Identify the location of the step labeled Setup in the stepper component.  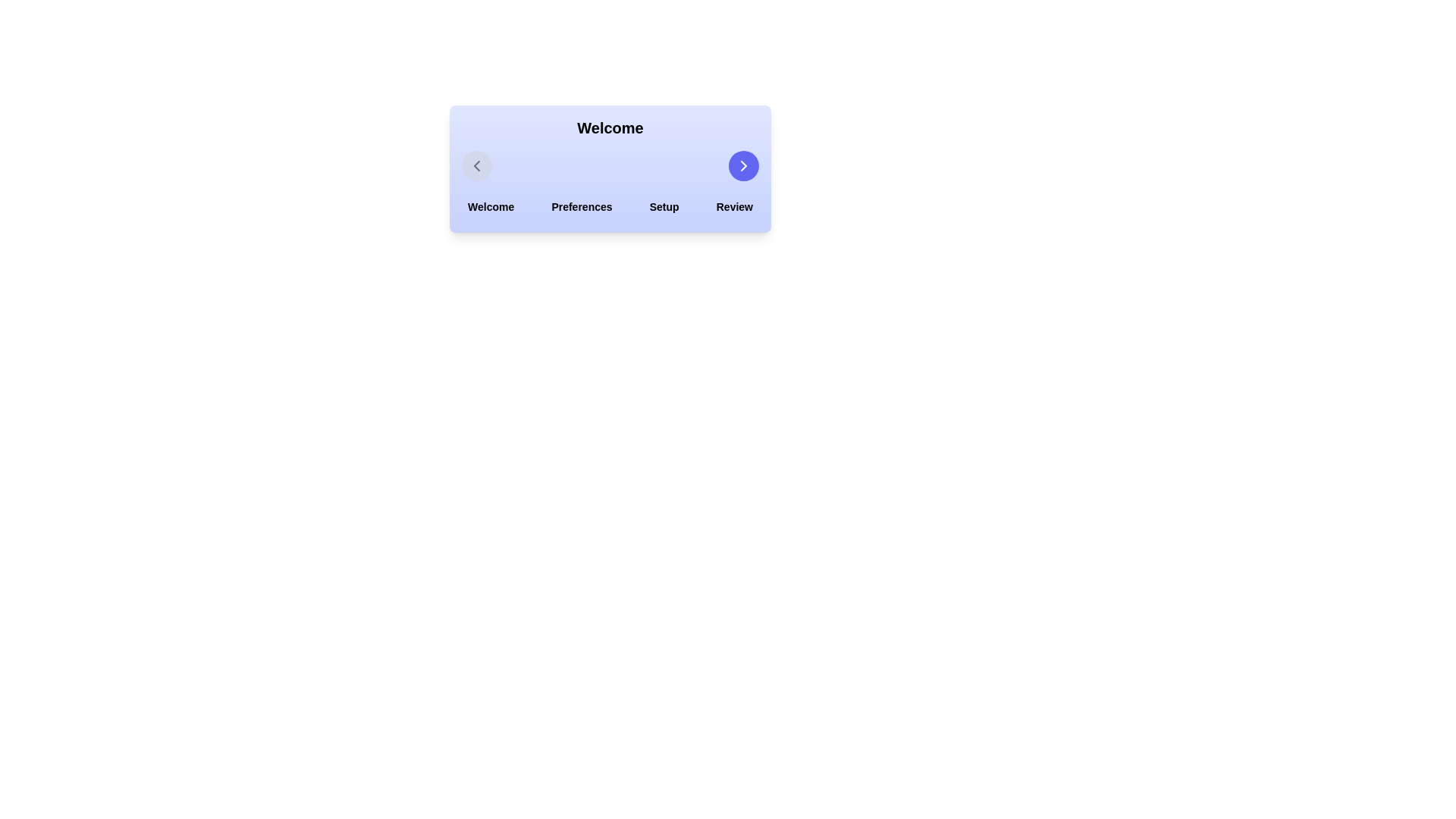
(664, 207).